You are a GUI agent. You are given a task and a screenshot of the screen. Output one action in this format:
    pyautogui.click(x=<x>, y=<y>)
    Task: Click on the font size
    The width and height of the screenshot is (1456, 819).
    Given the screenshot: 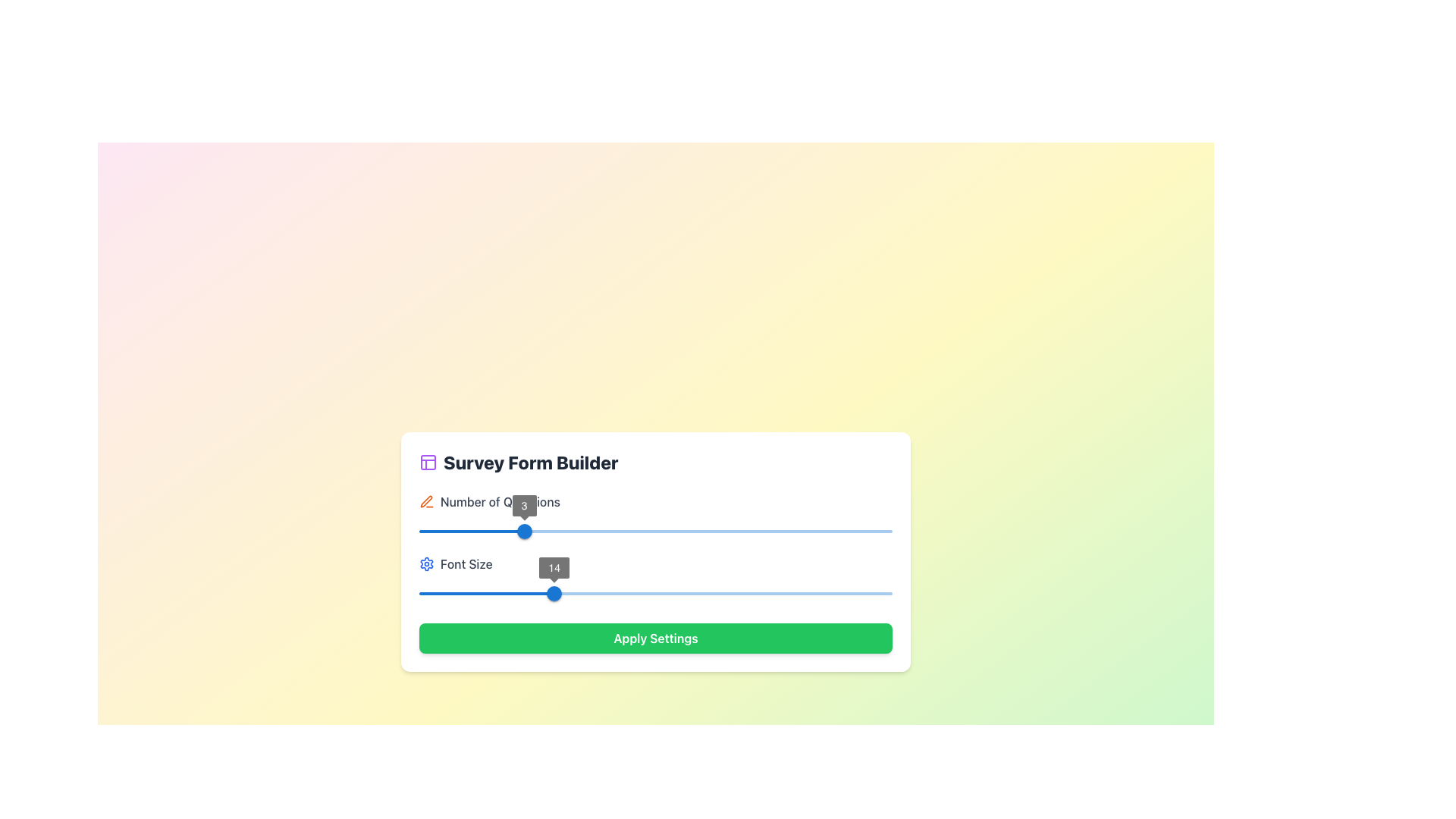 What is the action you would take?
    pyautogui.click(x=428, y=593)
    